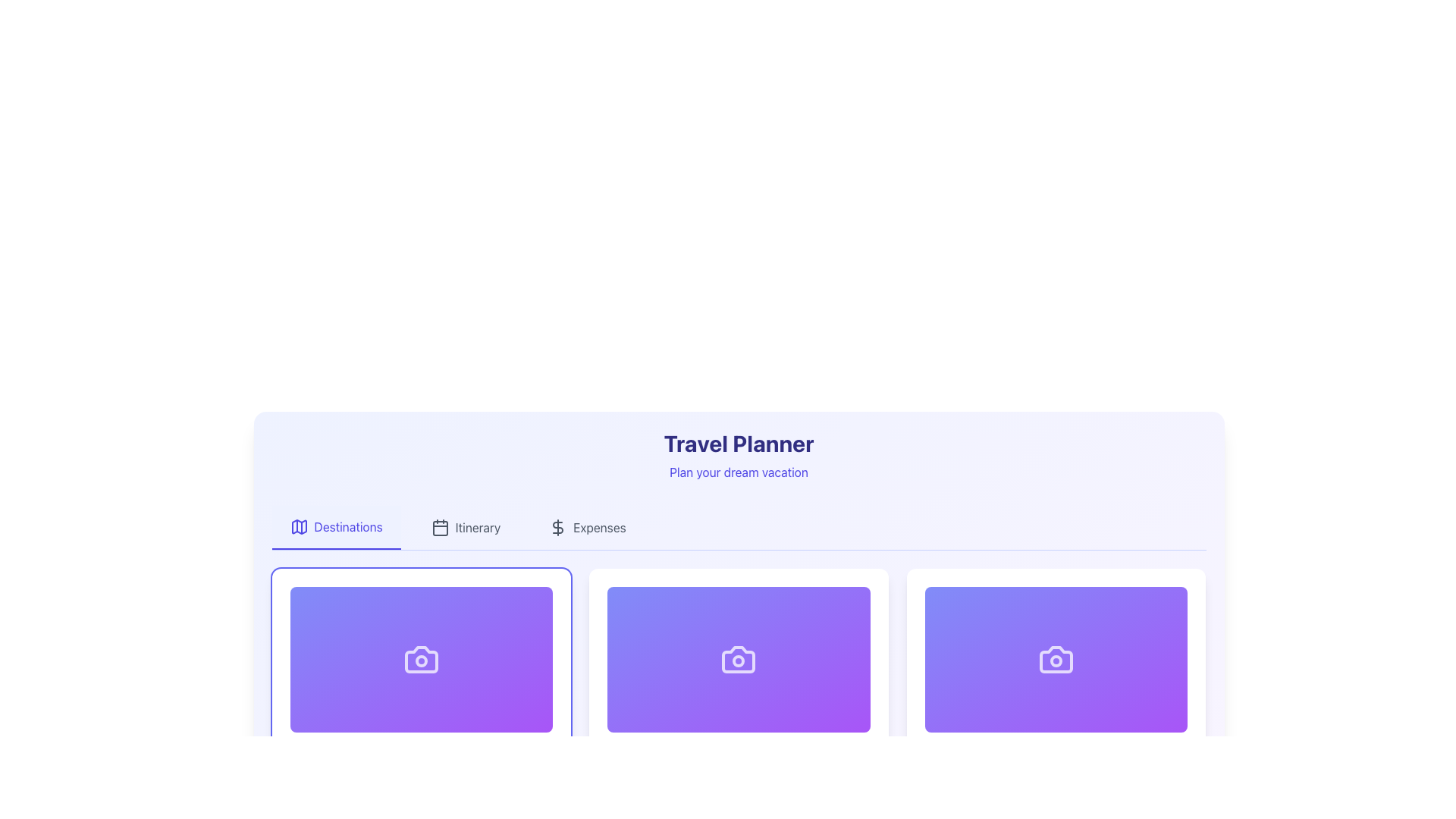 The image size is (1456, 819). I want to click on the camera icon located in the central area of the leftmost card, so click(421, 659).